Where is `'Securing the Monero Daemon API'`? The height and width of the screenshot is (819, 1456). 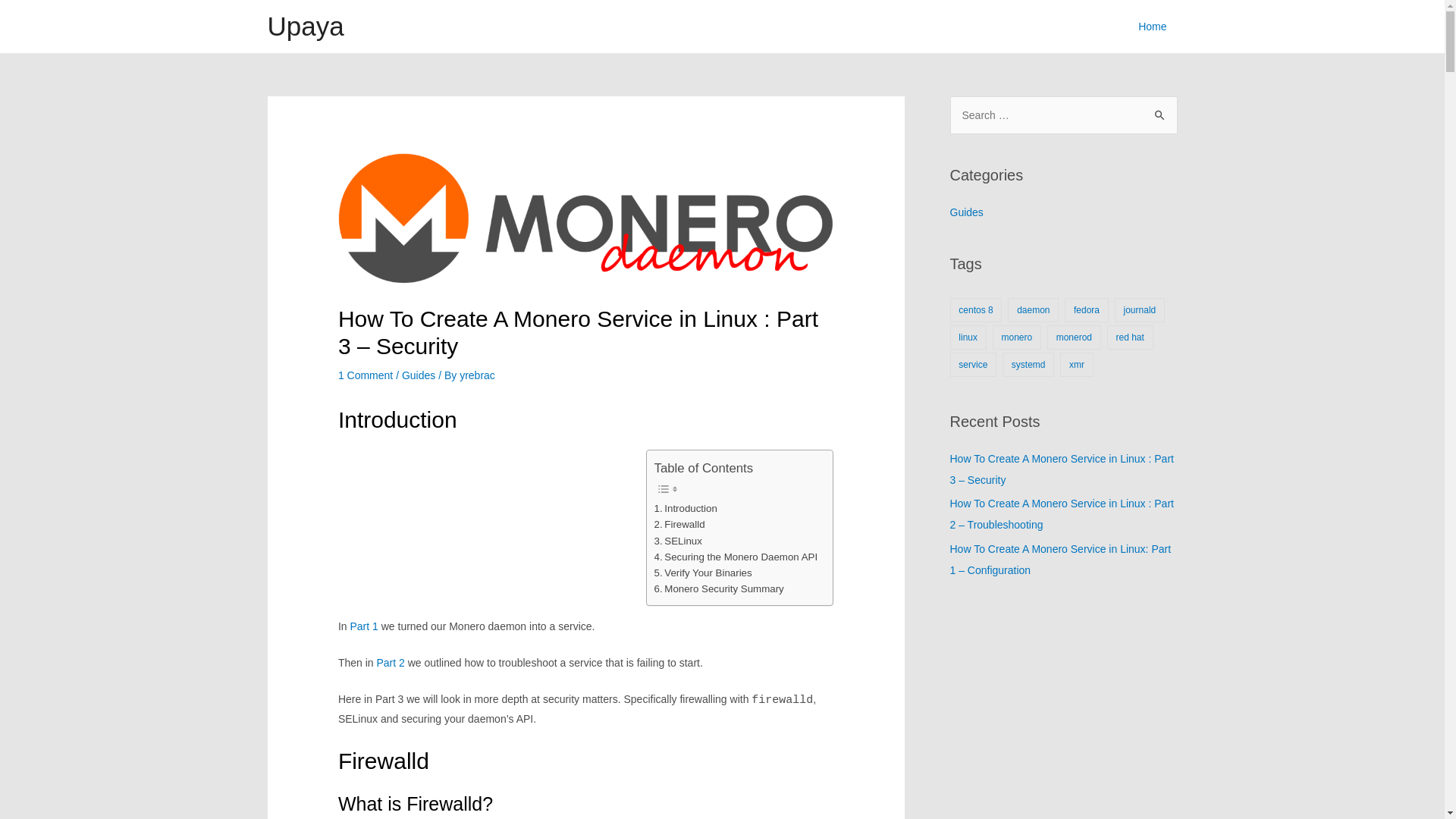 'Securing the Monero Daemon API' is located at coordinates (736, 557).